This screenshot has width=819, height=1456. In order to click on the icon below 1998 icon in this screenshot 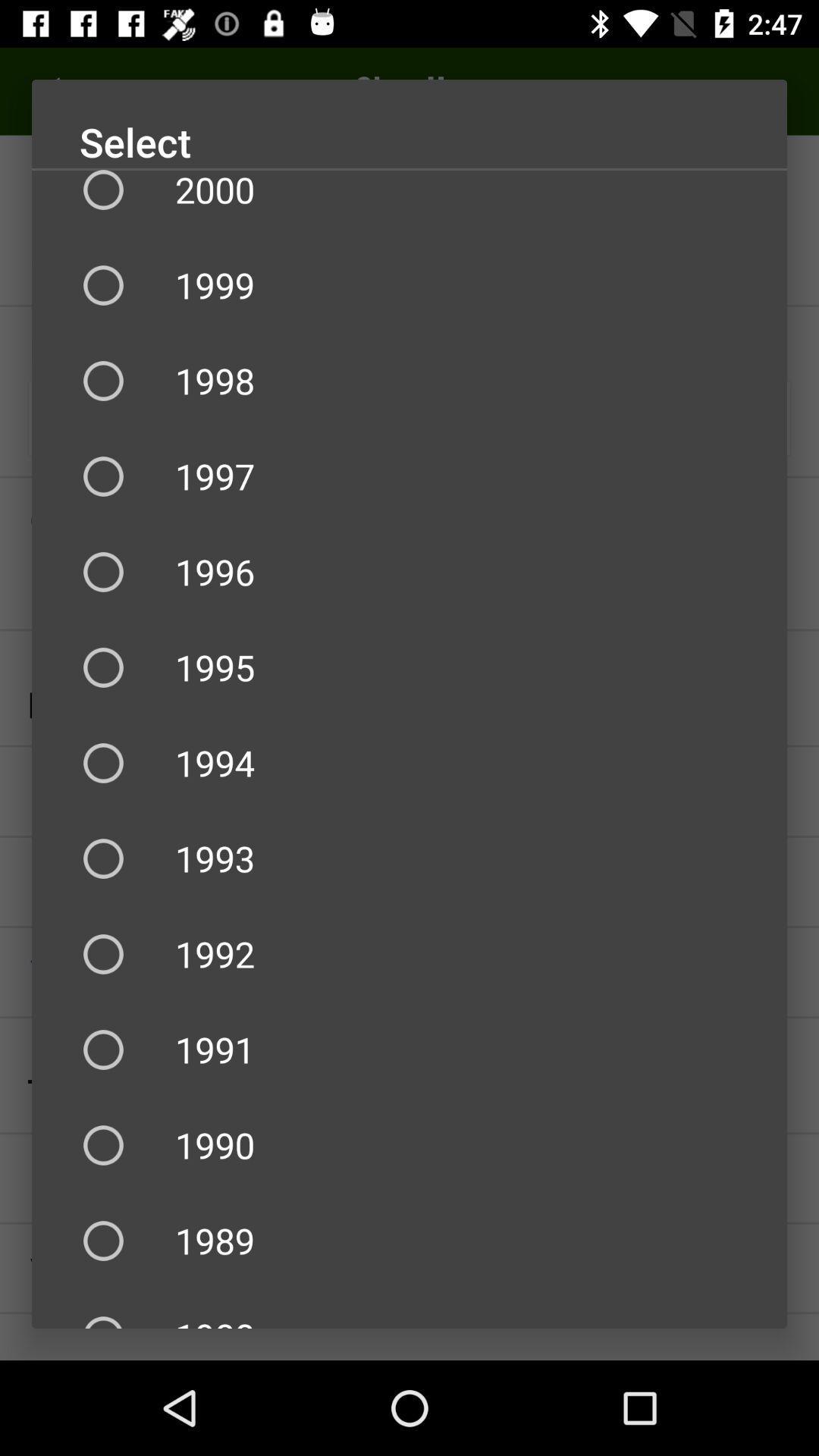, I will do `click(409, 475)`.